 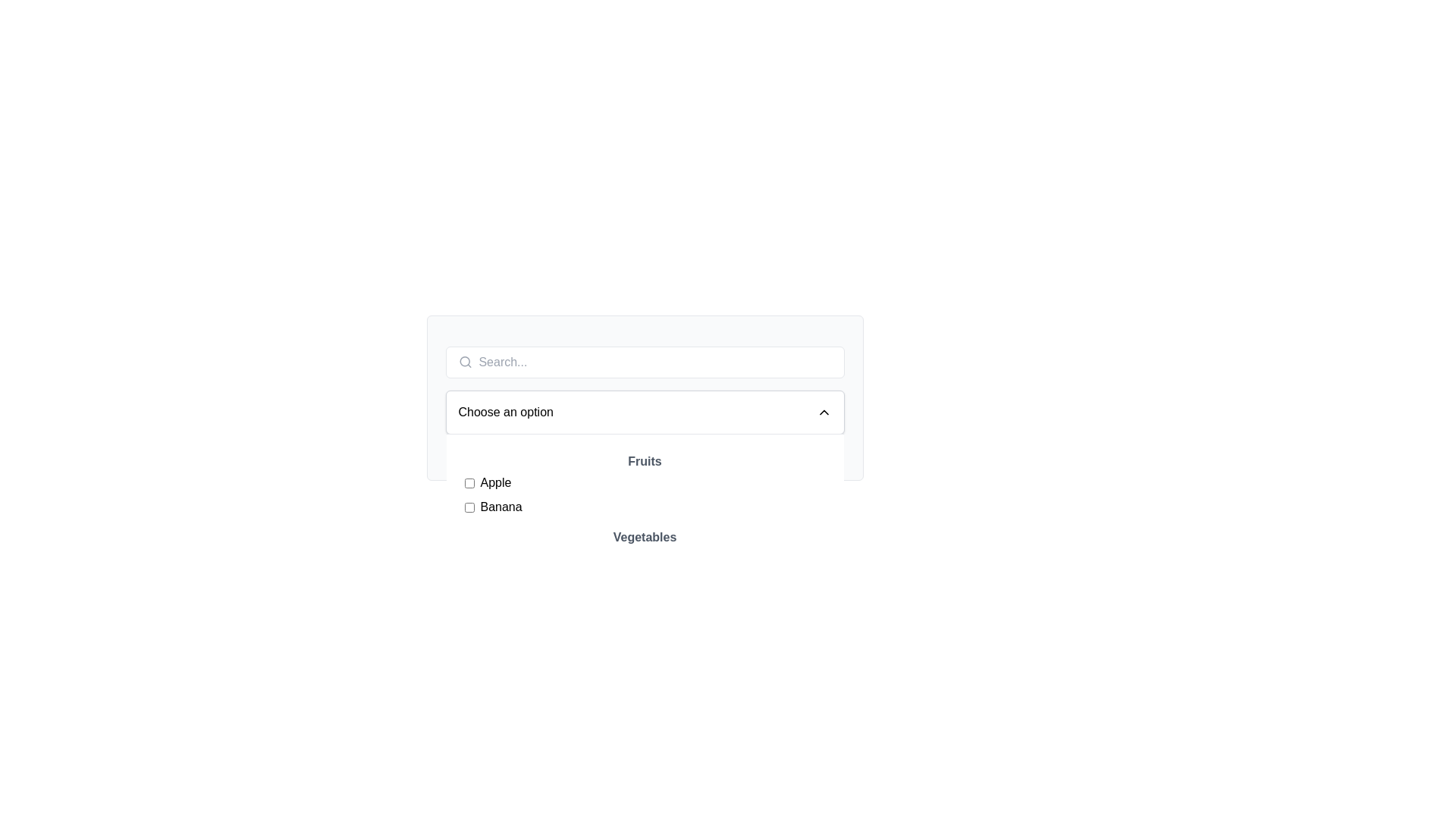 I want to click on the text label indicating the content type 'vegetables' which serves as a category header for the subsequent items, so click(x=645, y=537).